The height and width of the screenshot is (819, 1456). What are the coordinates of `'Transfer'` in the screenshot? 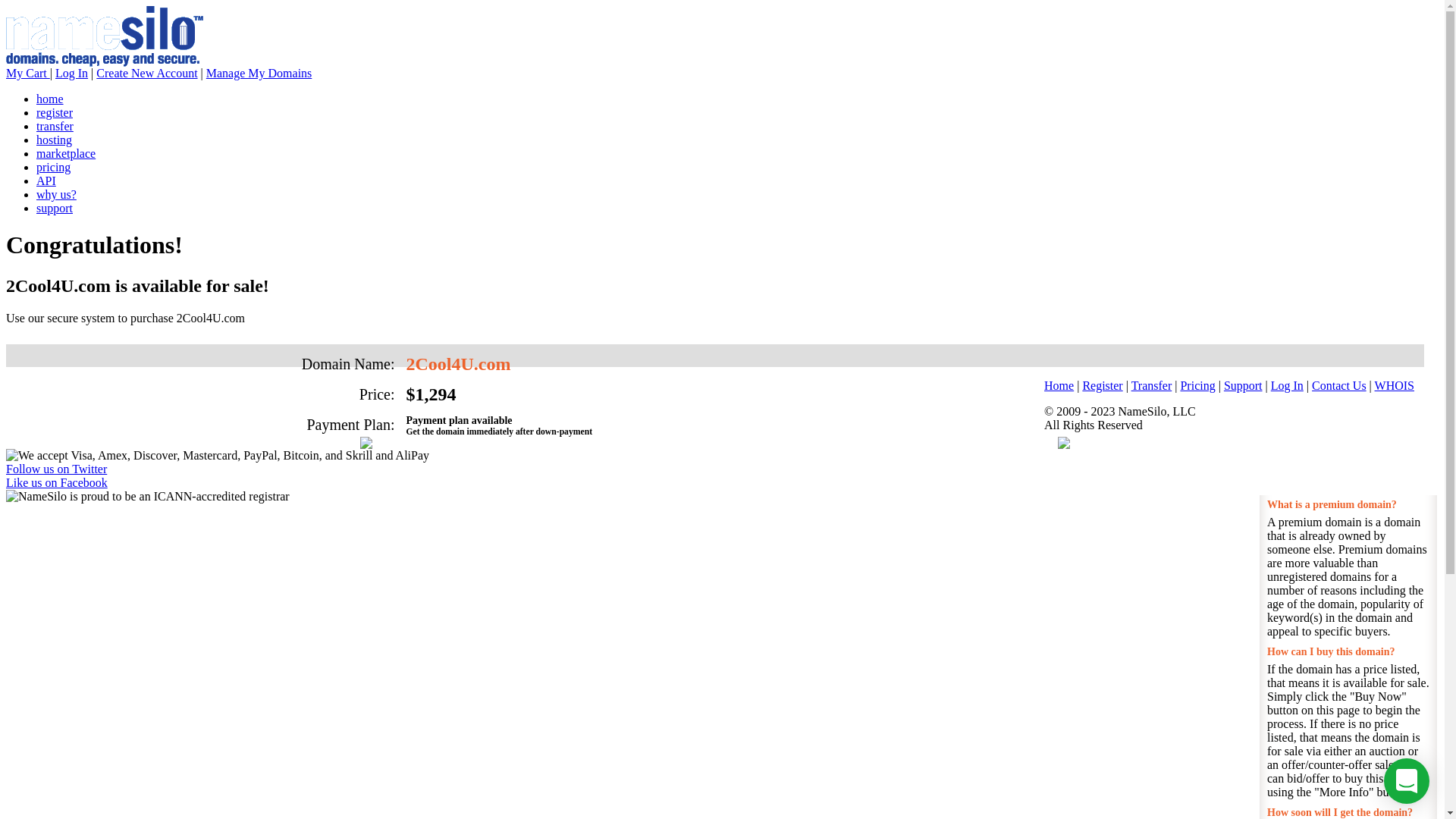 It's located at (1131, 384).